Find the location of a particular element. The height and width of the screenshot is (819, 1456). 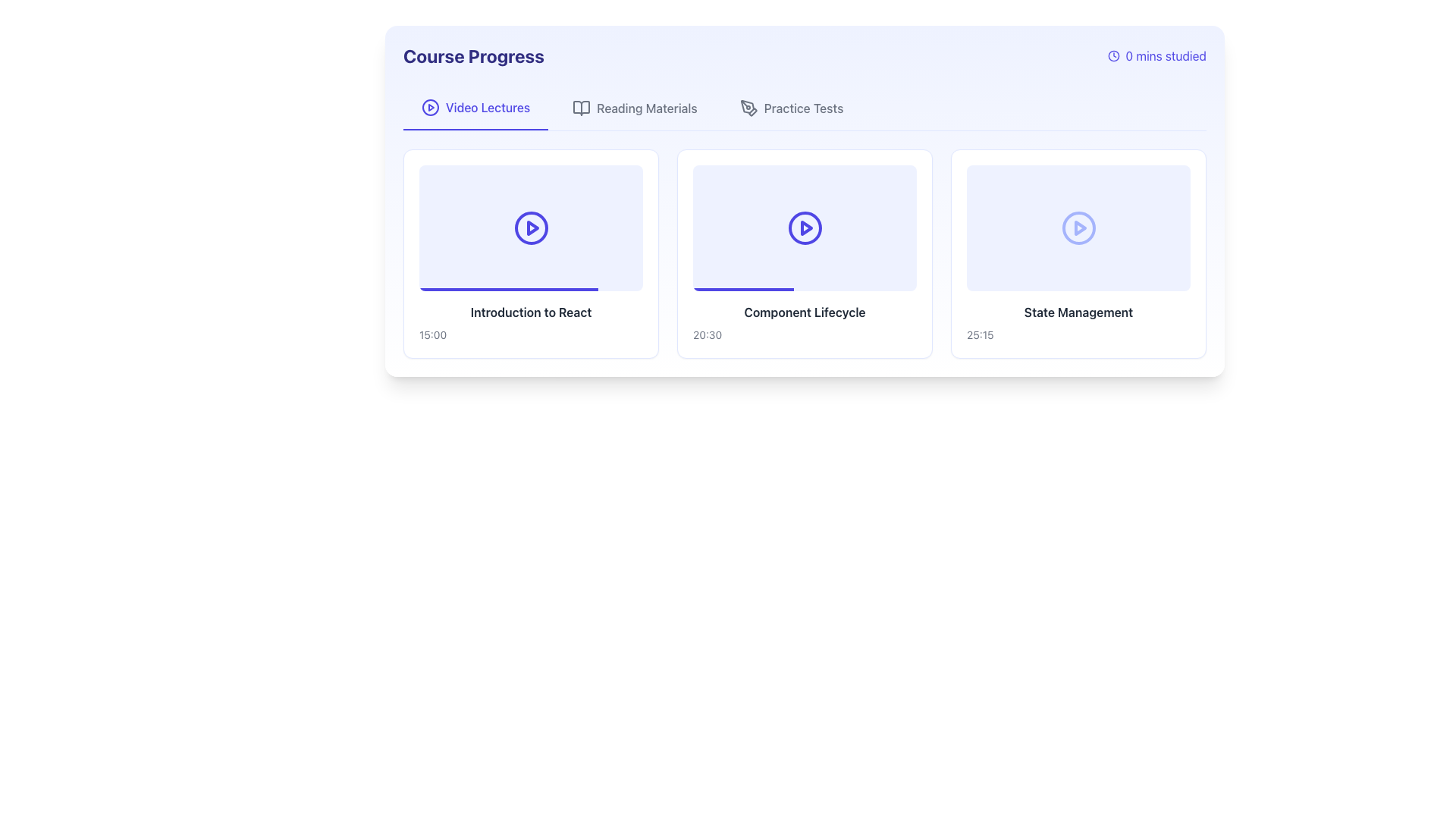

the clock icon with a circular outline, styled in a minimalist design, located to the left of the text '0 mins studied' is located at coordinates (1113, 55).